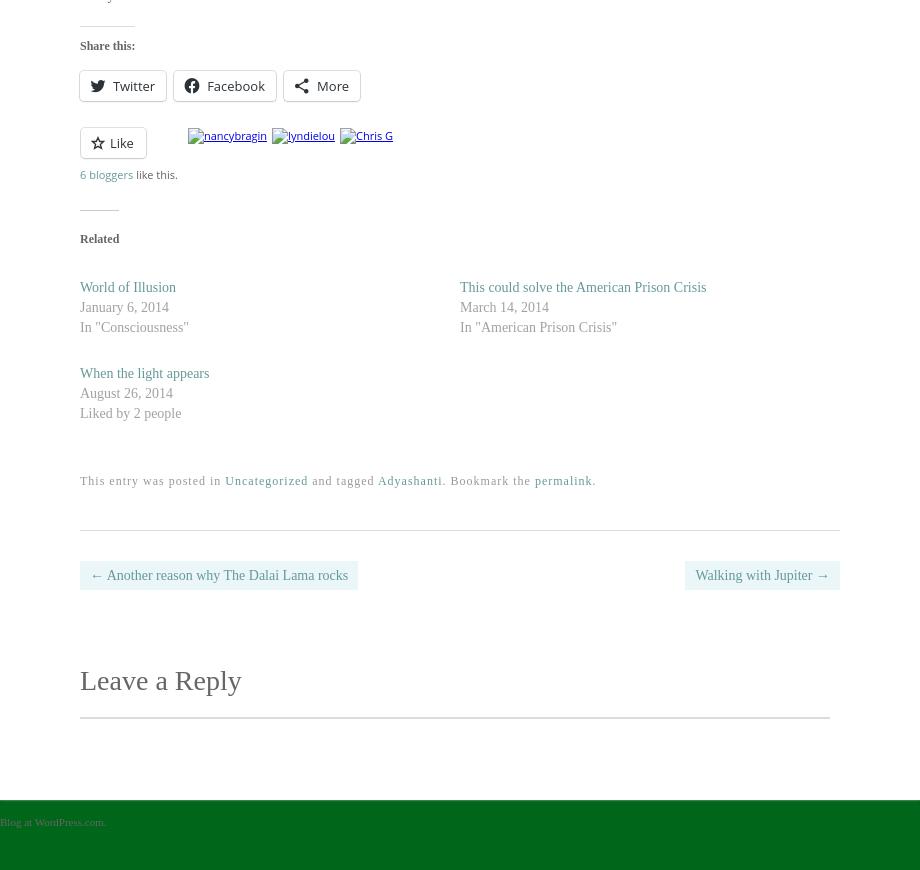  I want to click on 'Adyashanti', so click(408, 478).